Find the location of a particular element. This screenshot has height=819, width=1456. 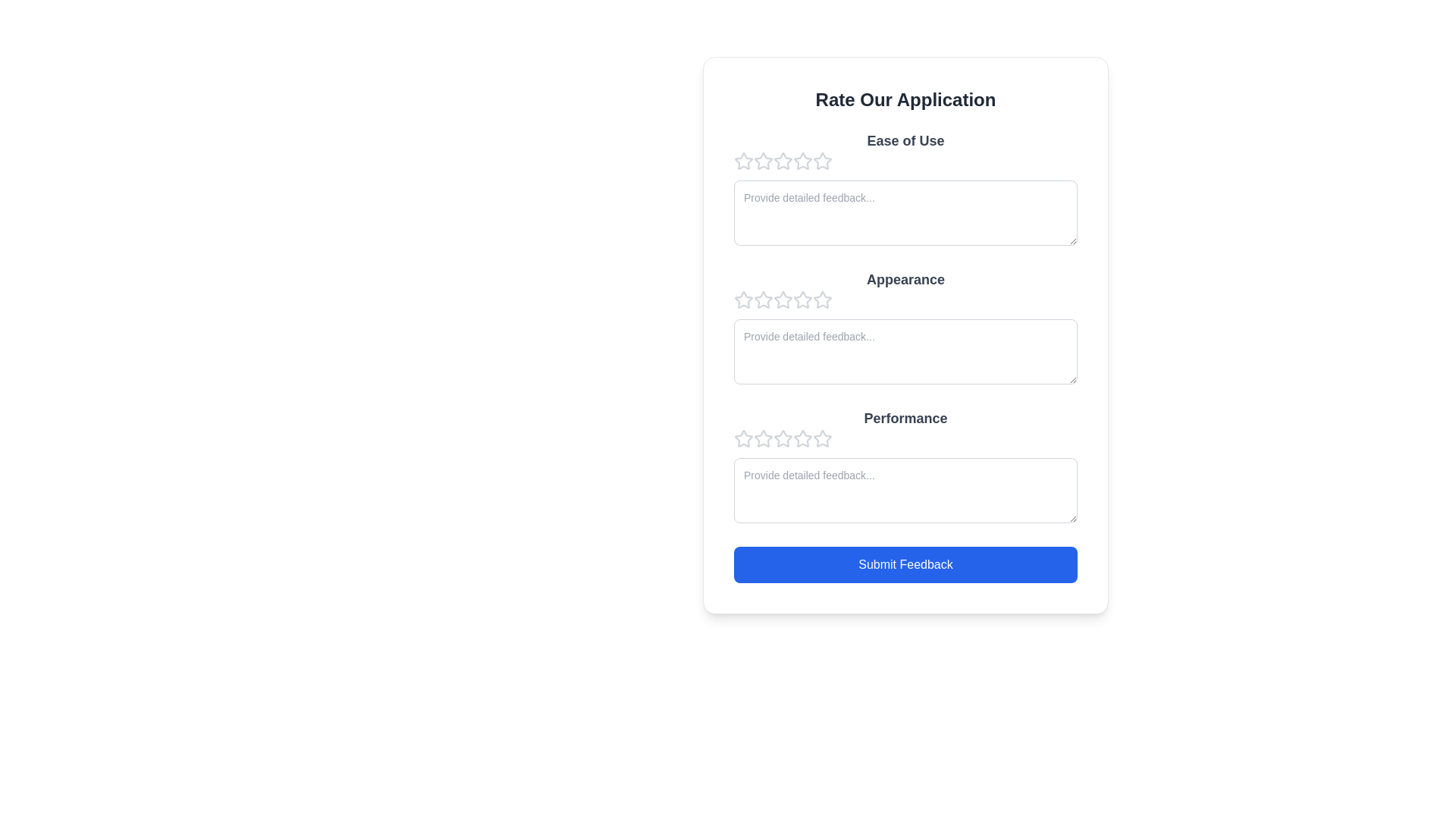

the fourth star of the SVG-based star rating element to provide a rating for 'Performance' is located at coordinates (783, 438).